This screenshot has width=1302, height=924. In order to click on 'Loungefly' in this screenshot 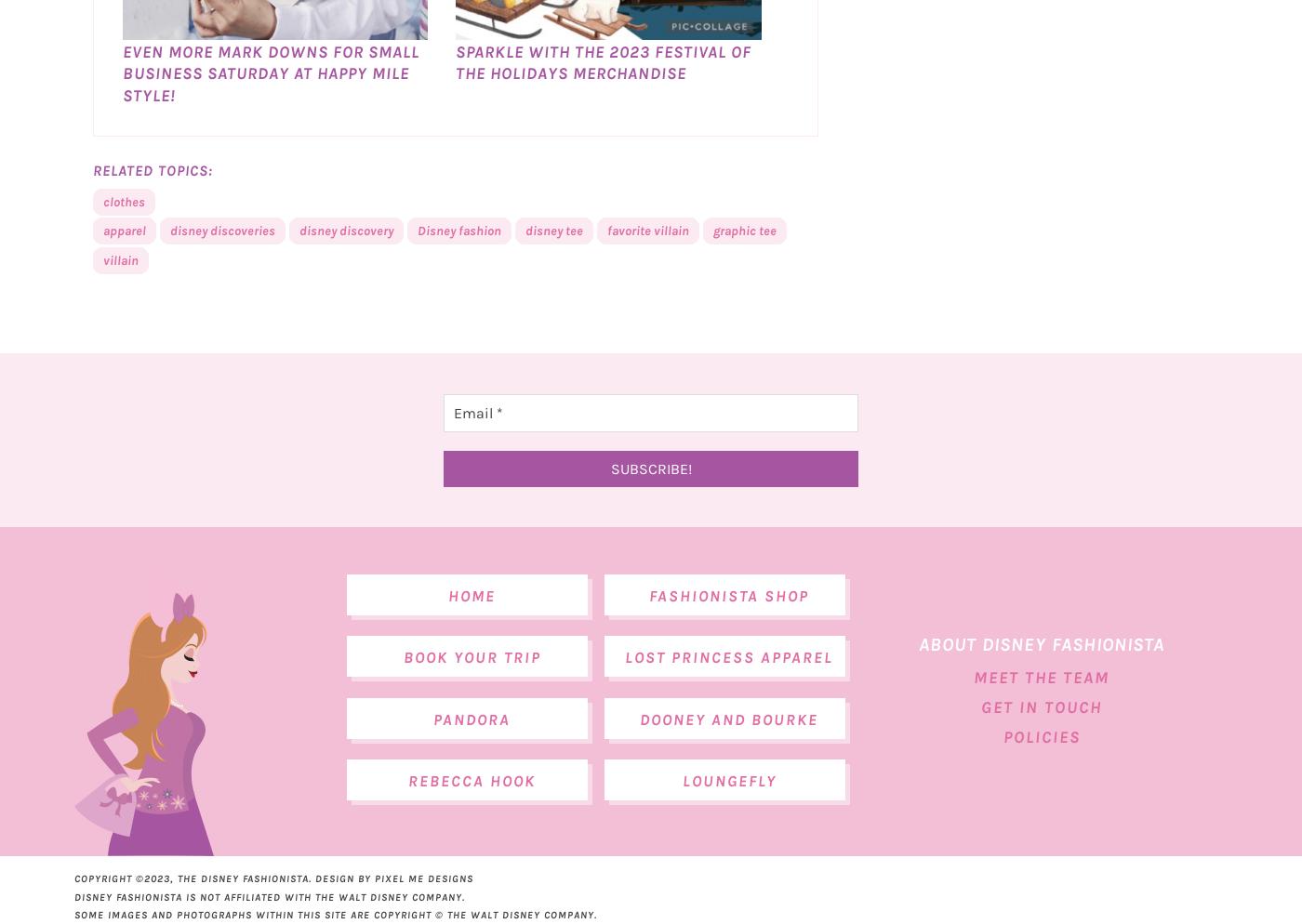, I will do `click(728, 822)`.